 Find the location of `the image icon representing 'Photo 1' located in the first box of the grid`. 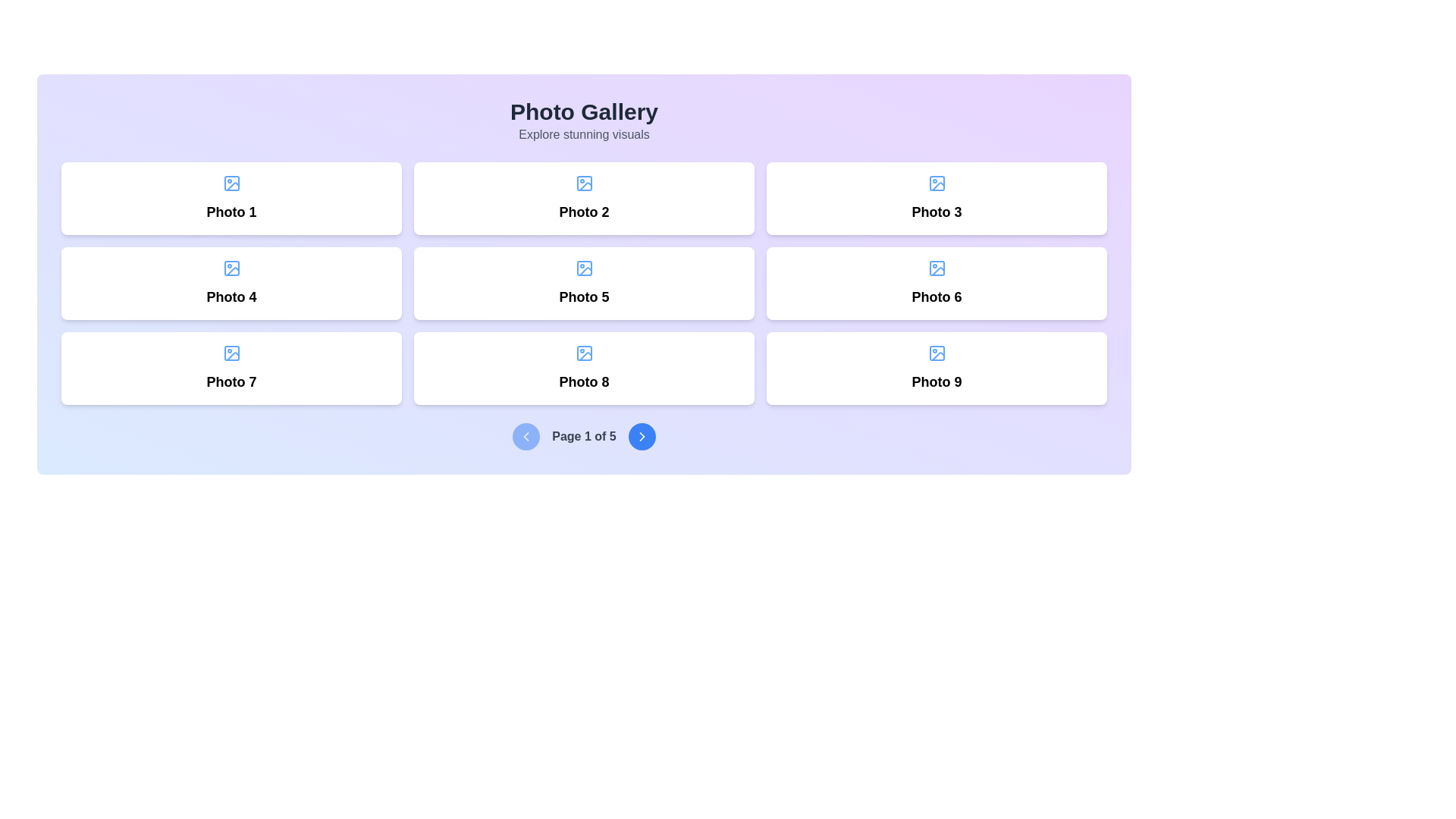

the image icon representing 'Photo 1' located in the first box of the grid is located at coordinates (231, 183).